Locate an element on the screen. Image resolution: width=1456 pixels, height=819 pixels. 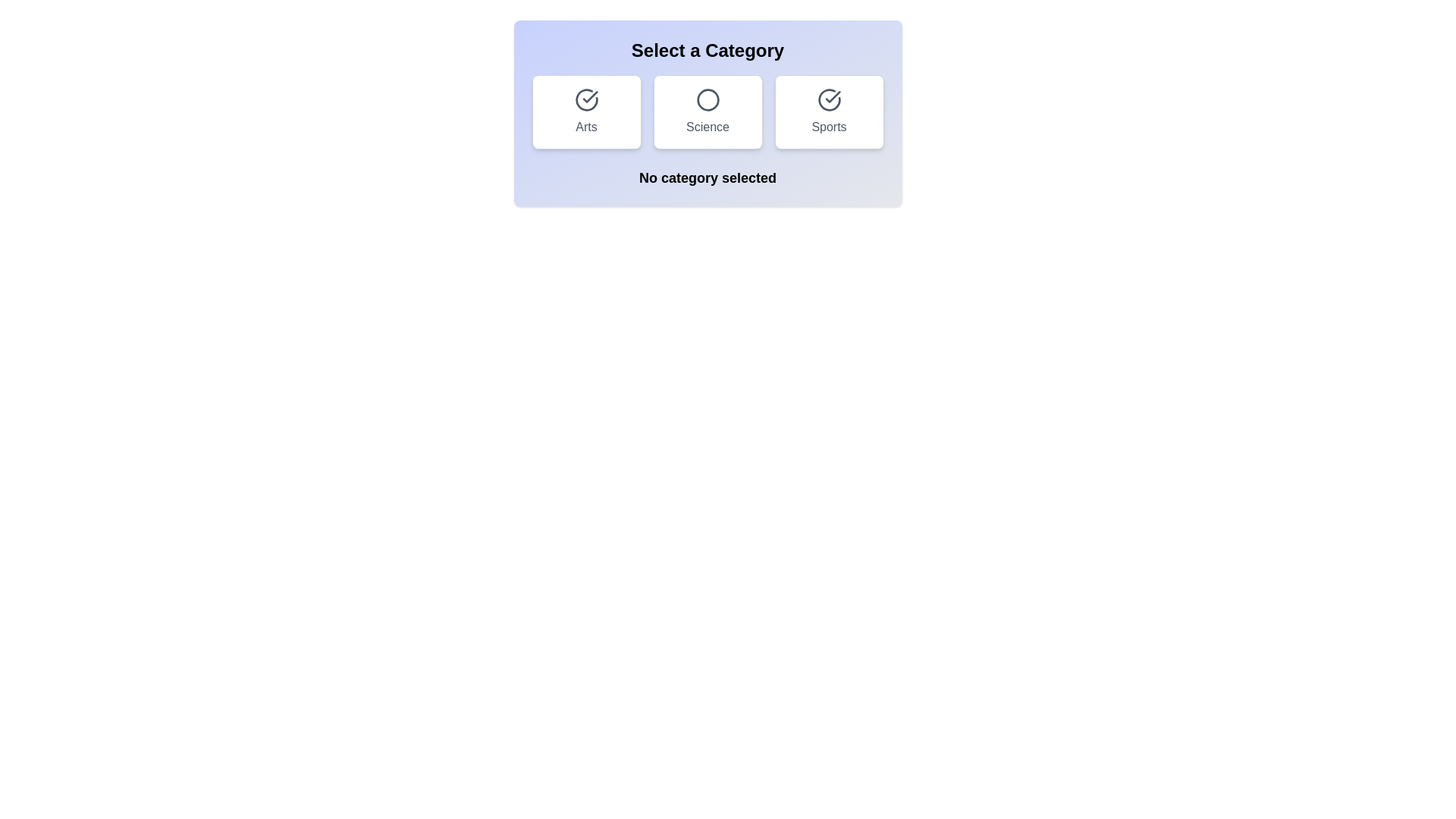
the selection indication by clicking on the Sports category icon, which is centrally positioned at the top section of the Sports category card is located at coordinates (828, 99).